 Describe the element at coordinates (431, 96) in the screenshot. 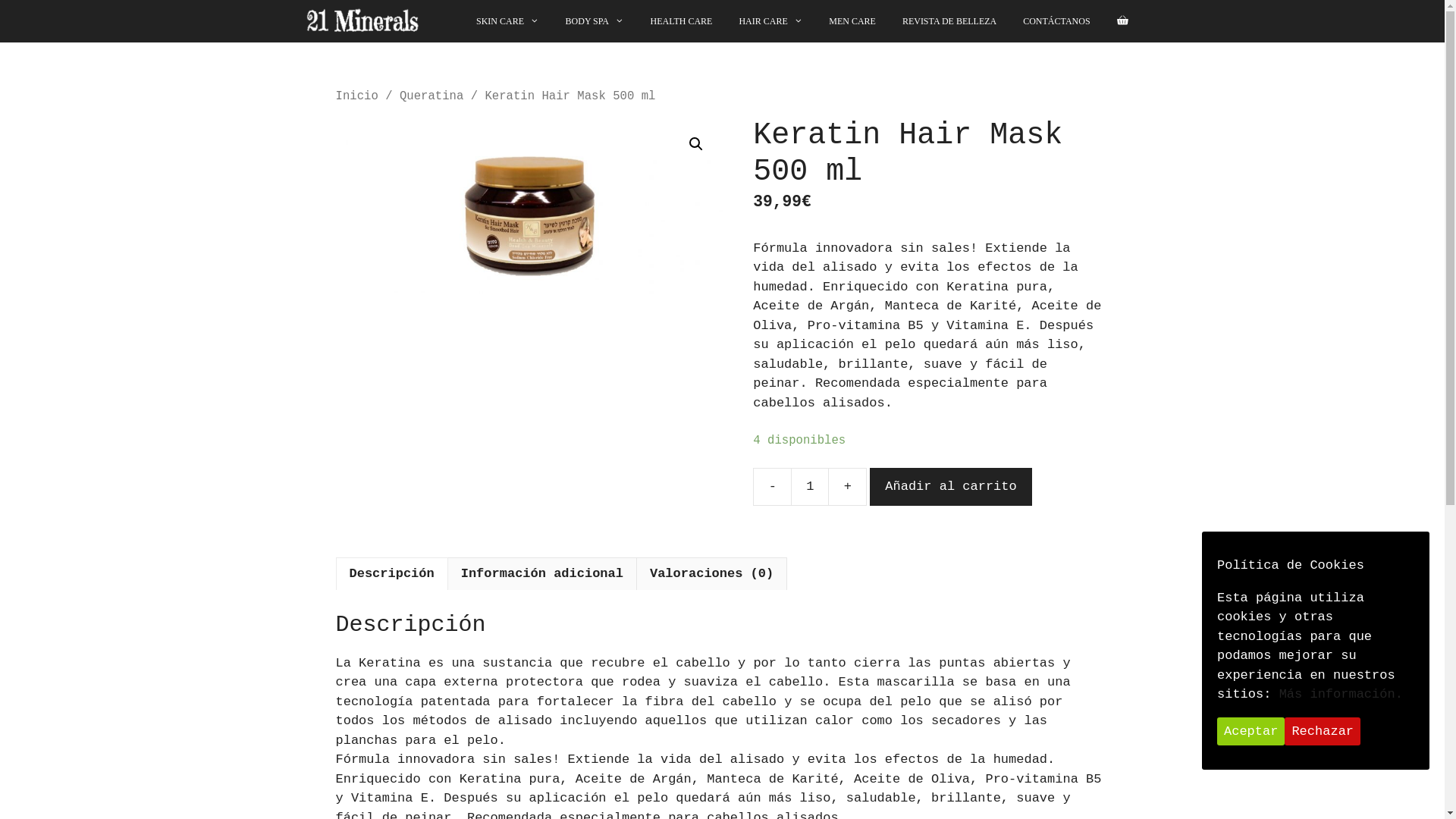

I see `'Queratina'` at that location.